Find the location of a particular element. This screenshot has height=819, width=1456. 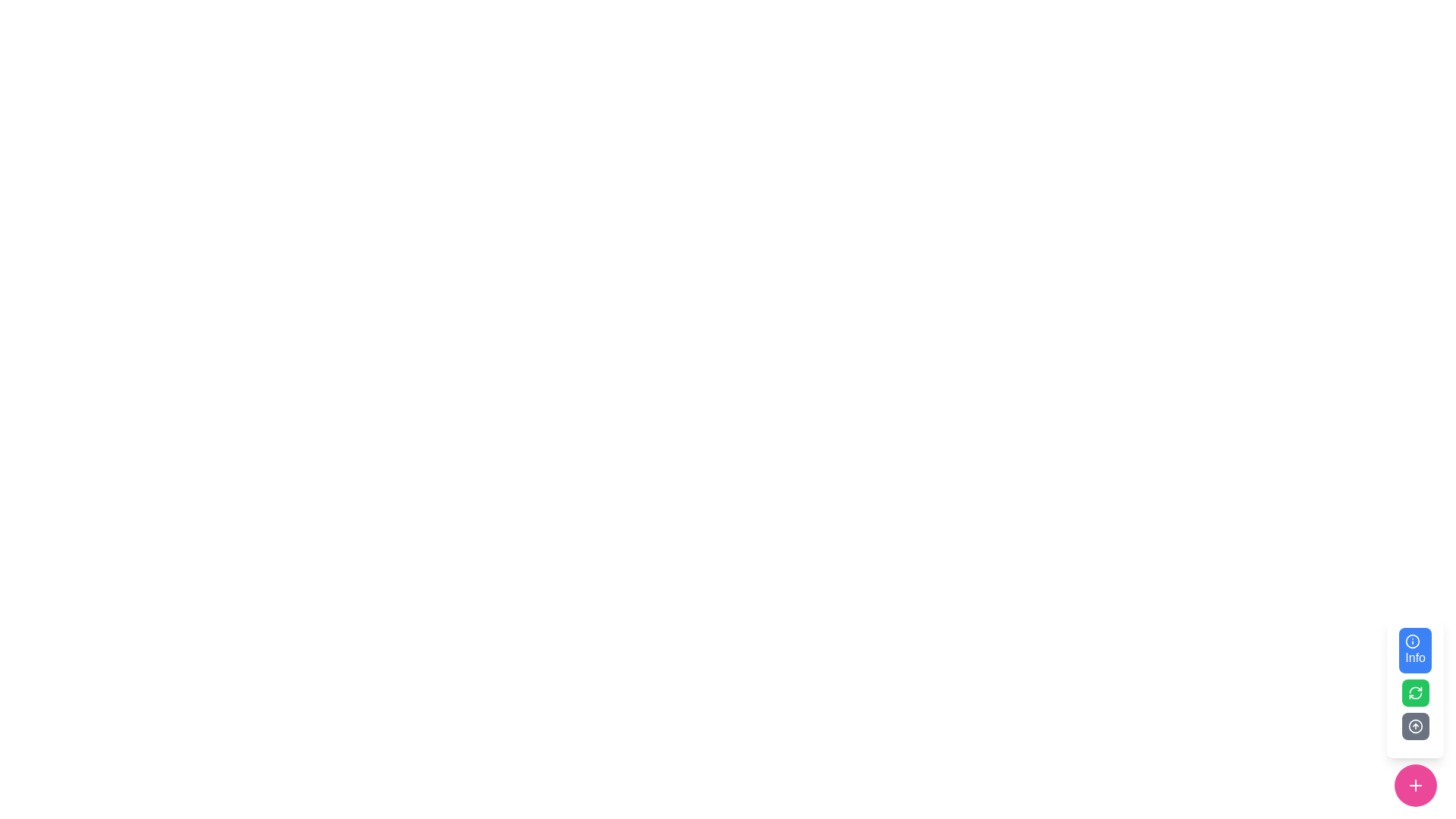

the decorative graphical component nested within the 'Info' icon located on the right-hand side of the interface near the bottom corner is located at coordinates (1412, 641).